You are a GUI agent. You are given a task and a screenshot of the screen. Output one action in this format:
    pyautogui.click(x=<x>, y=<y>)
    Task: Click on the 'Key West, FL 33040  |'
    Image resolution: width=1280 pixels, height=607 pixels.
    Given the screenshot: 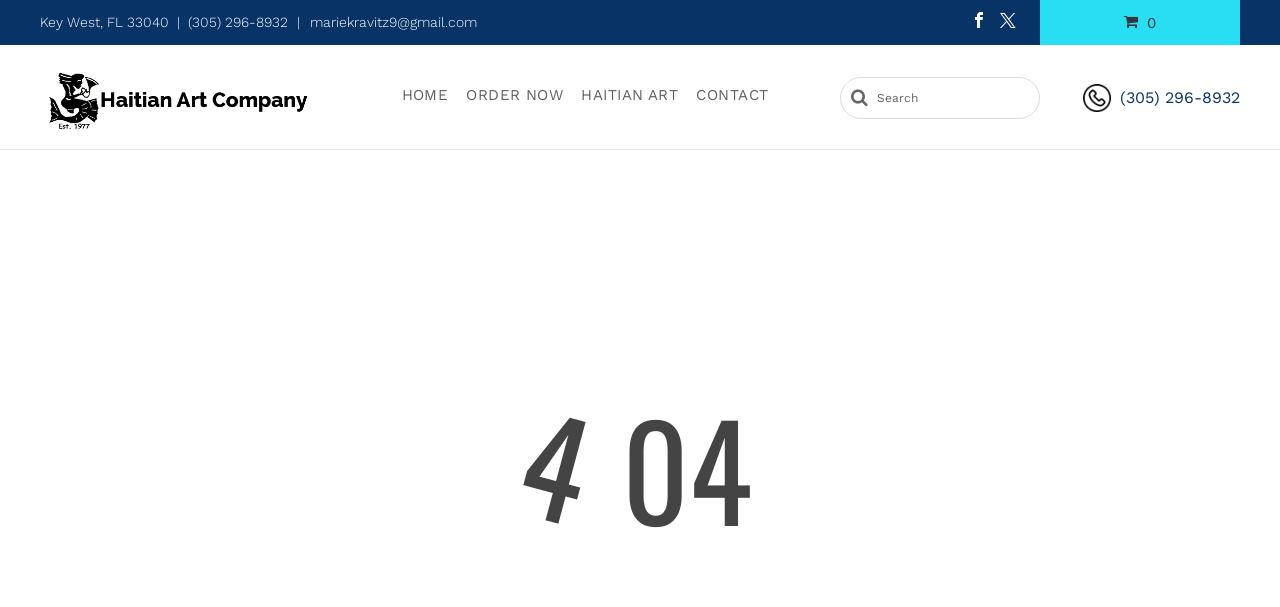 What is the action you would take?
    pyautogui.click(x=113, y=21)
    